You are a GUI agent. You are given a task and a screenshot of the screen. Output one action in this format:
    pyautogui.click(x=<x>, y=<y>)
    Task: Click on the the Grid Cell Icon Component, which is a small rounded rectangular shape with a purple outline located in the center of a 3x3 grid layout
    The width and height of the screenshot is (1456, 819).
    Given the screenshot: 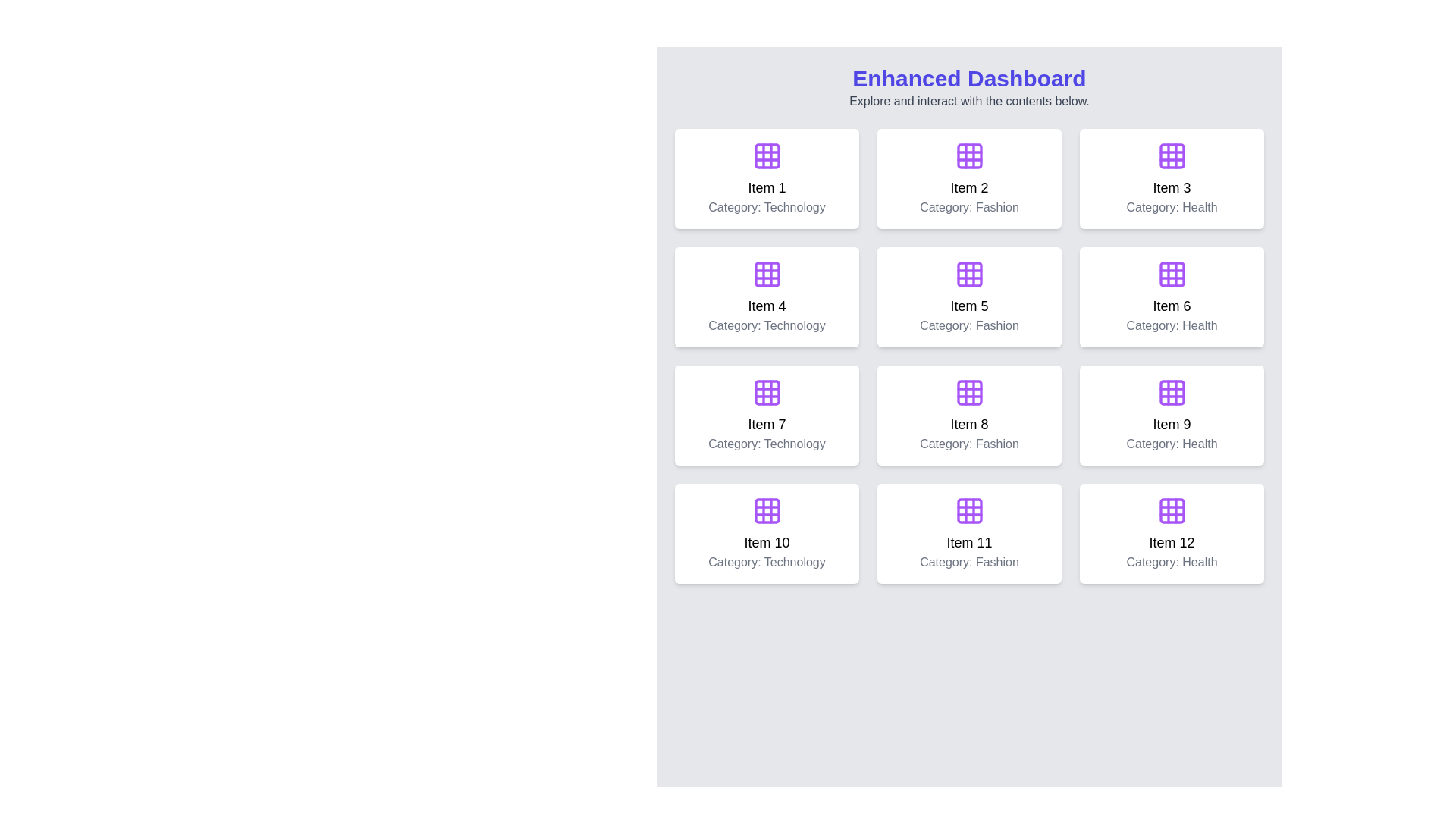 What is the action you would take?
    pyautogui.click(x=968, y=511)
    